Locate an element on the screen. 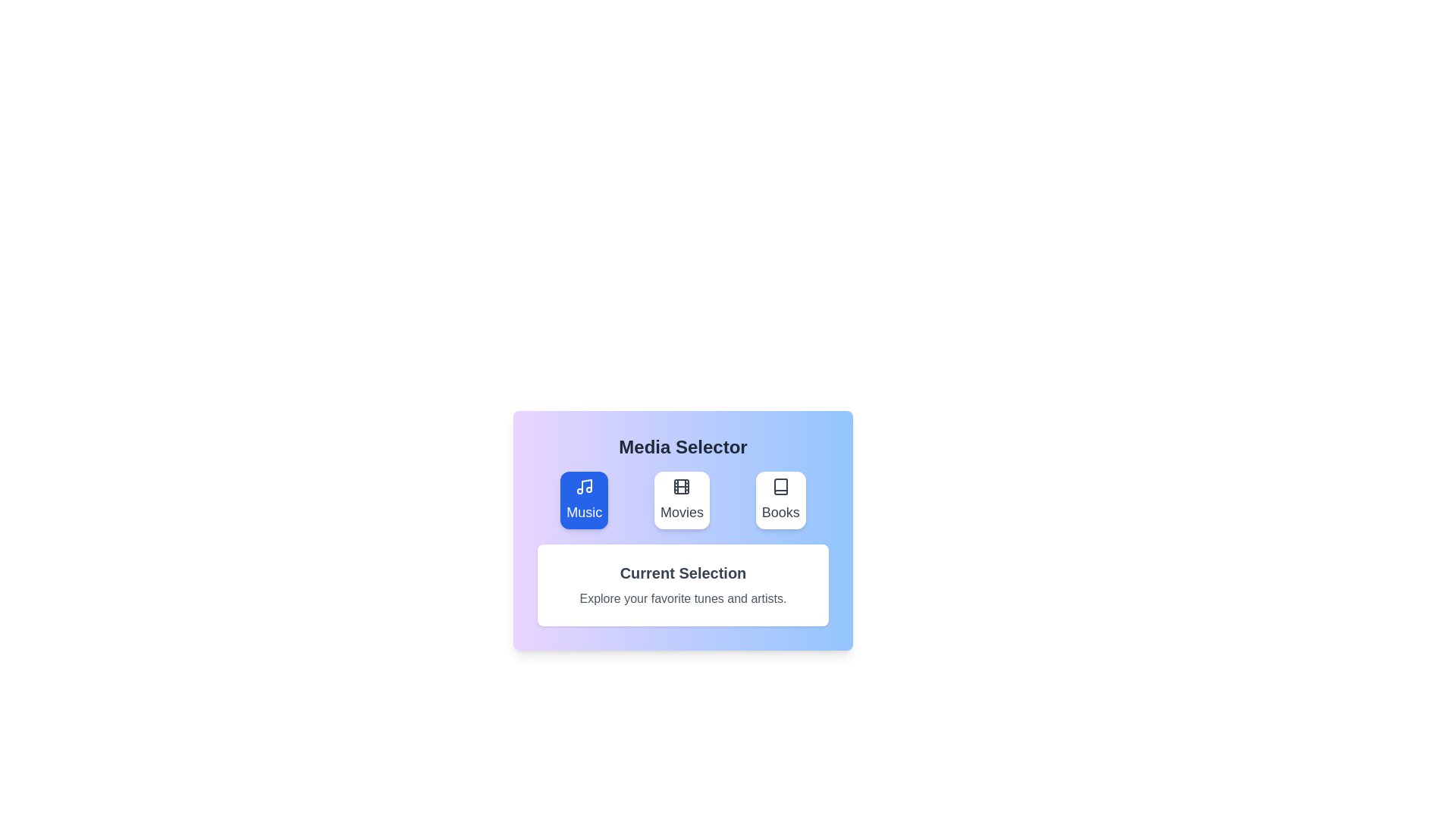 Image resolution: width=1456 pixels, height=819 pixels. the interactive button for selecting the 'Movies' category located in the 'Media Selector' section, positioned between 'Music' and 'Books' is located at coordinates (681, 500).